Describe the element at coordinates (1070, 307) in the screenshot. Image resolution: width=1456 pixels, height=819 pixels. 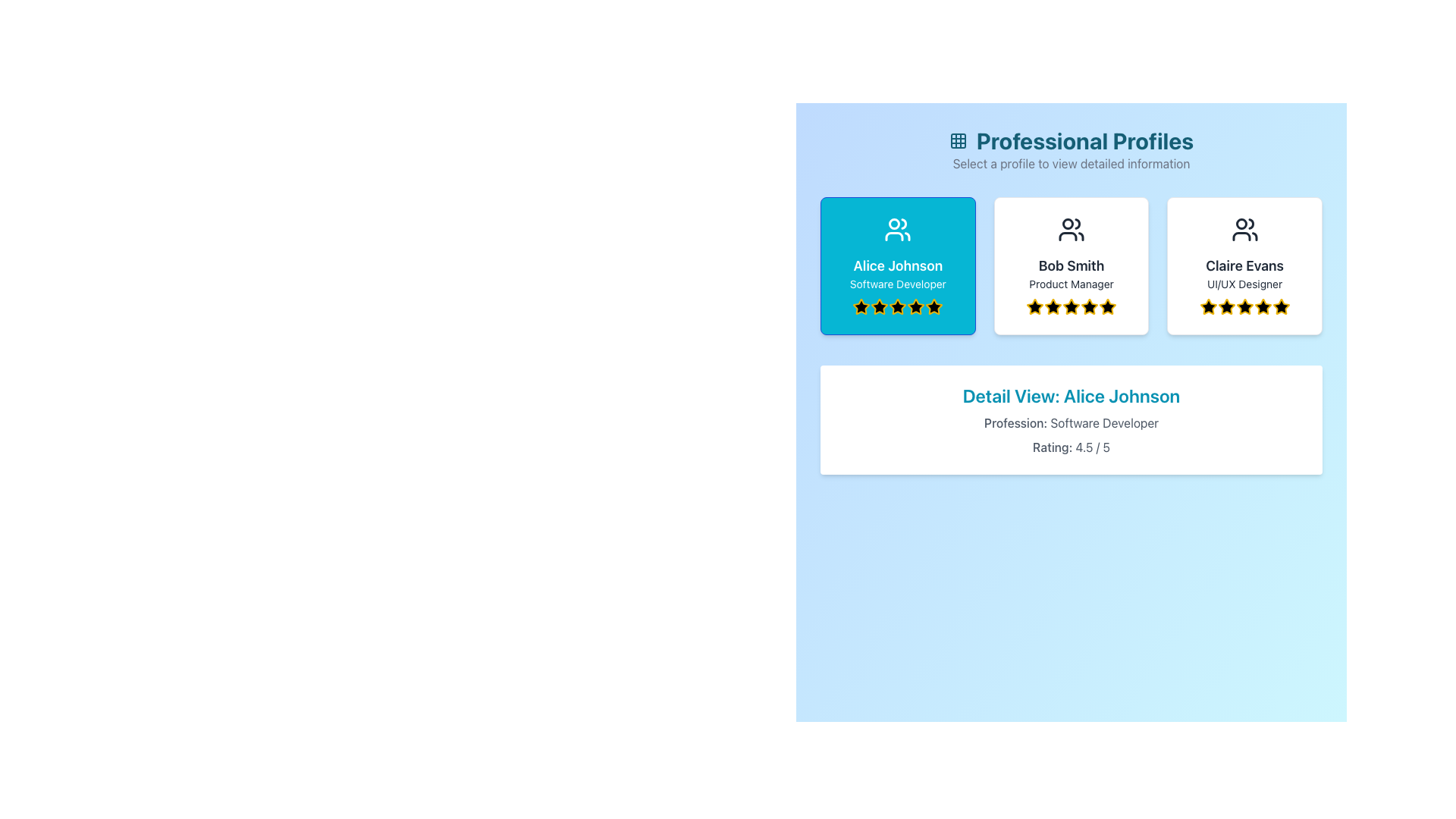
I see `fourth star icon in the rating component located below the 'Bob Smith - Product Manager' card` at that location.